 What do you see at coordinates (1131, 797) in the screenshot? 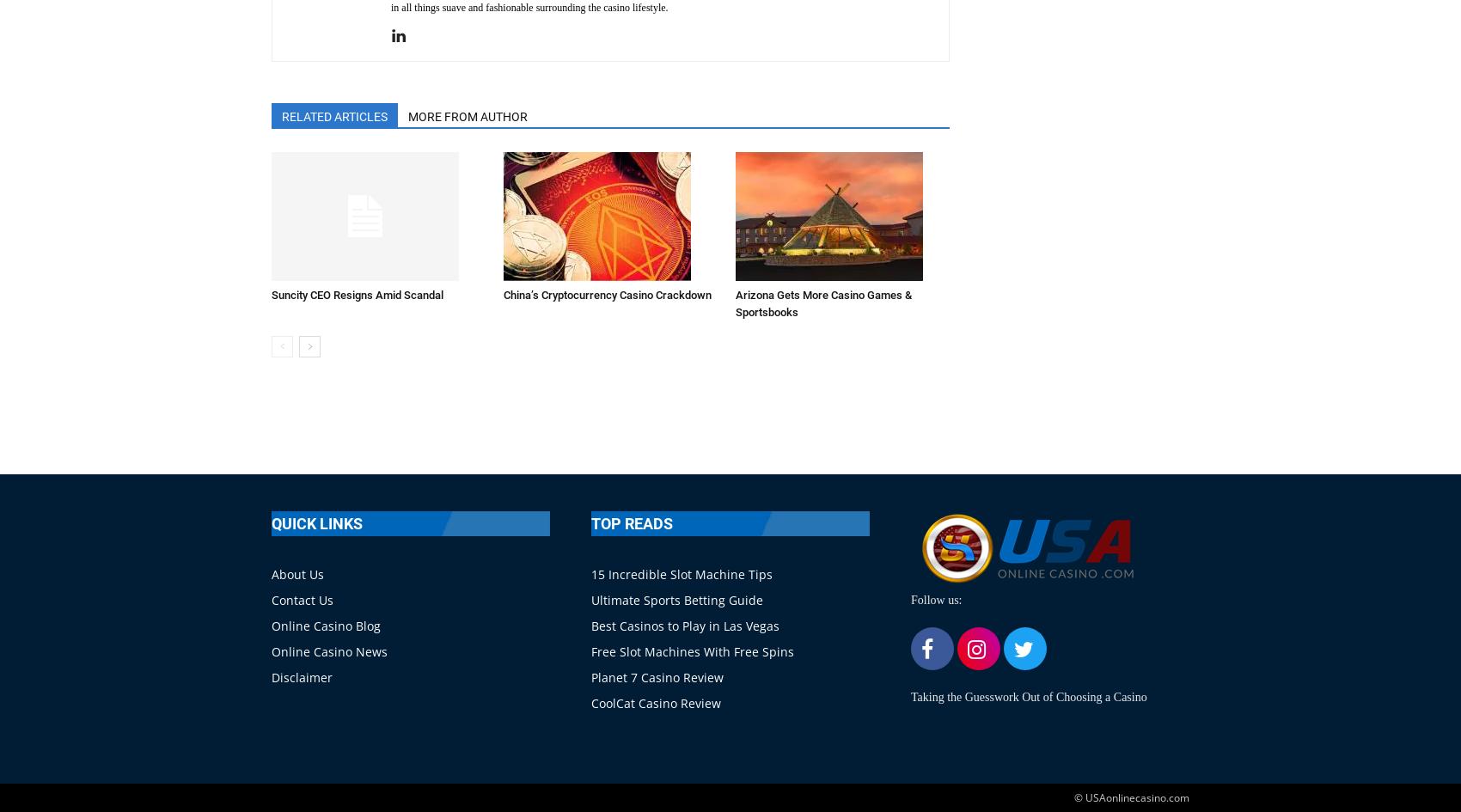
I see `'© USAonlinecasino.com'` at bounding box center [1131, 797].